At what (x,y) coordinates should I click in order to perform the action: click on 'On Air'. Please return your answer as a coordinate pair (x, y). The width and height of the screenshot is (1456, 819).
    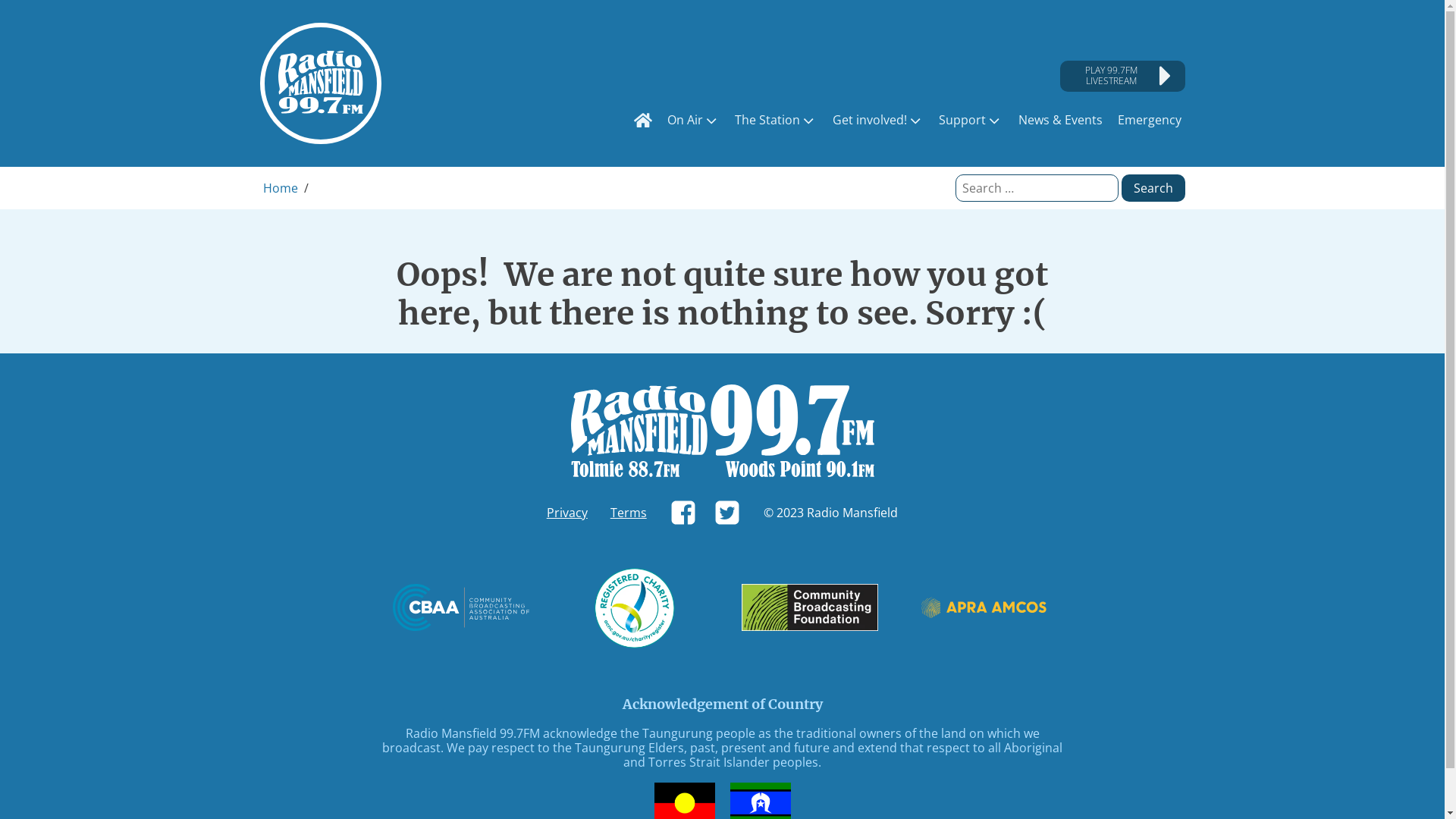
    Looking at the image, I should click on (692, 119).